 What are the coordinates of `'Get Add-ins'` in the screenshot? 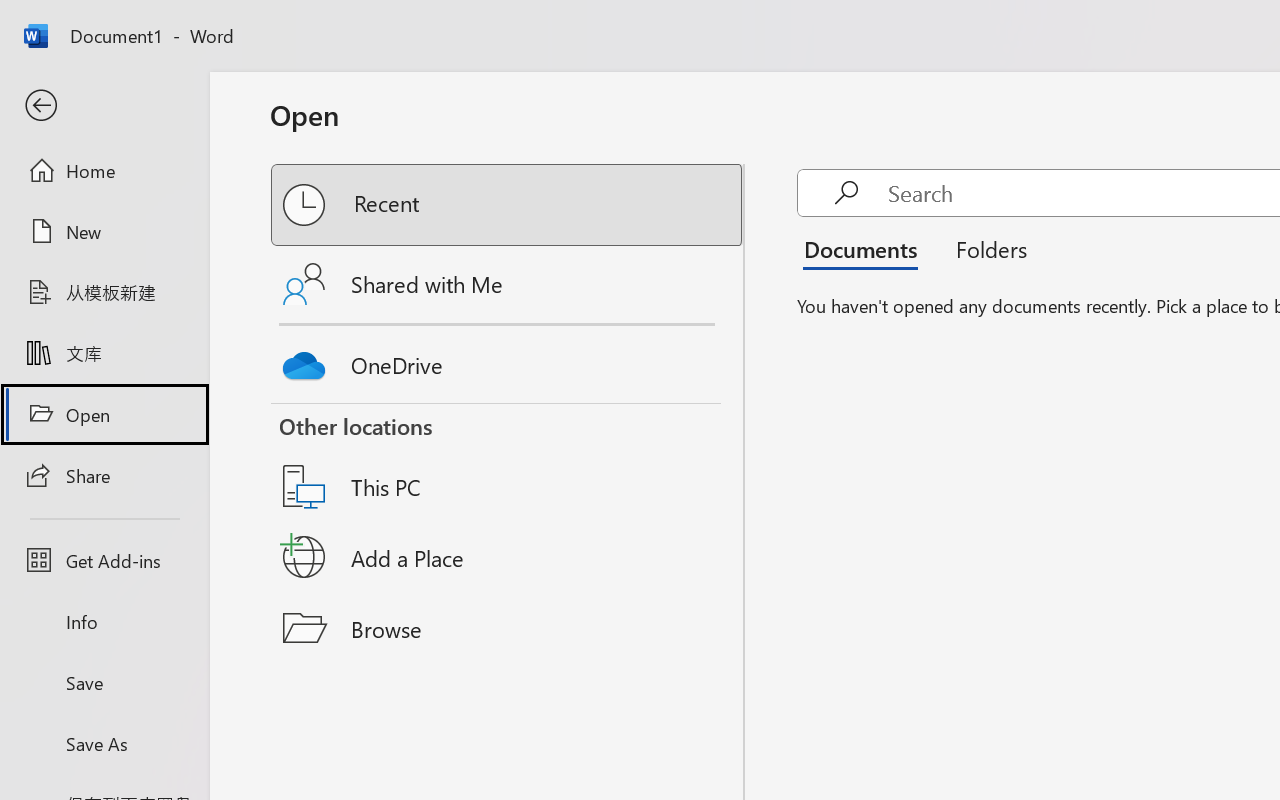 It's located at (103, 560).